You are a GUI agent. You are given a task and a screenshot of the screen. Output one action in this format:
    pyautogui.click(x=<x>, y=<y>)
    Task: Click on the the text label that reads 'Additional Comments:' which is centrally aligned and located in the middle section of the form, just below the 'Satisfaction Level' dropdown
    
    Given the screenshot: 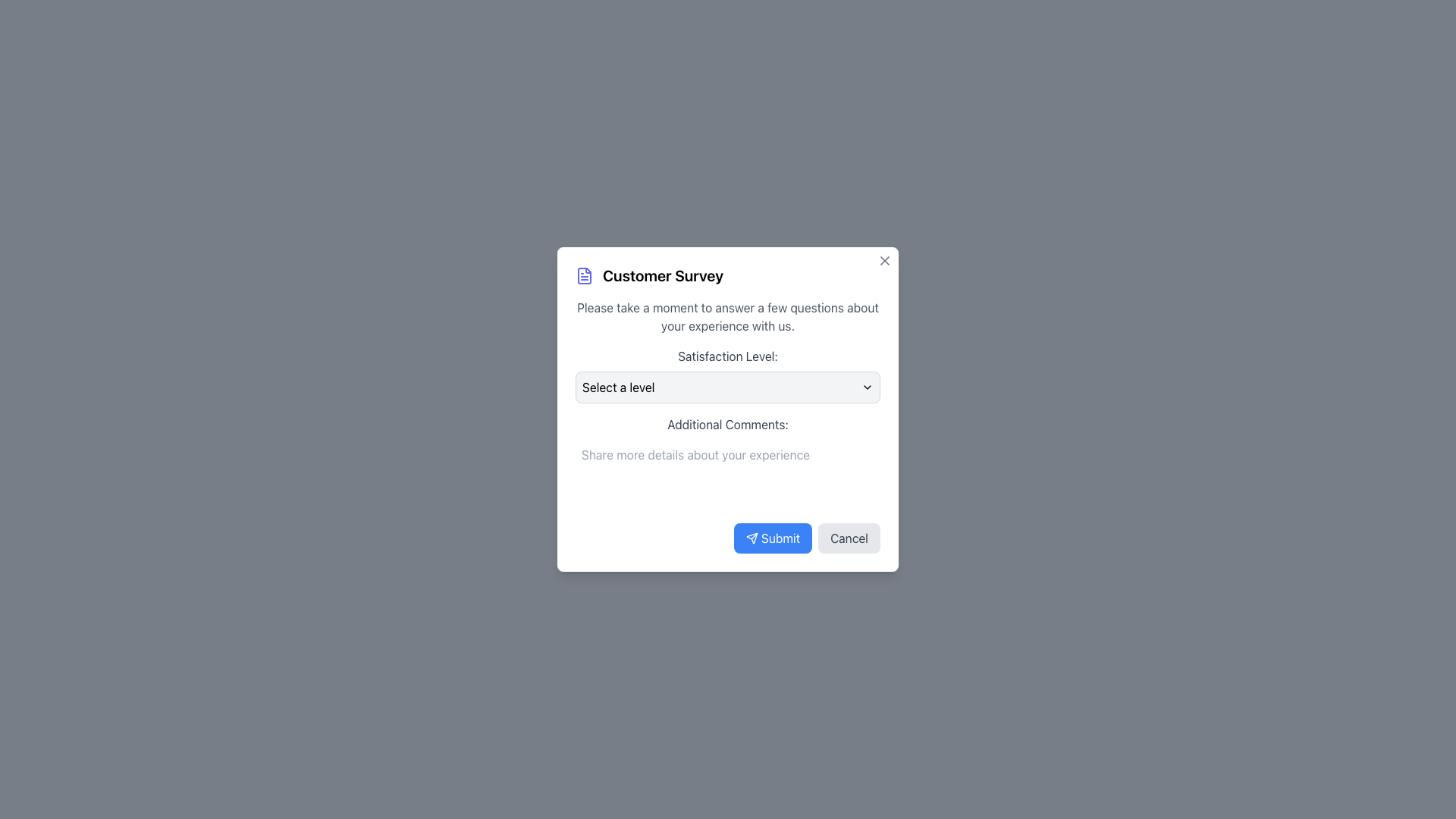 What is the action you would take?
    pyautogui.click(x=728, y=424)
    